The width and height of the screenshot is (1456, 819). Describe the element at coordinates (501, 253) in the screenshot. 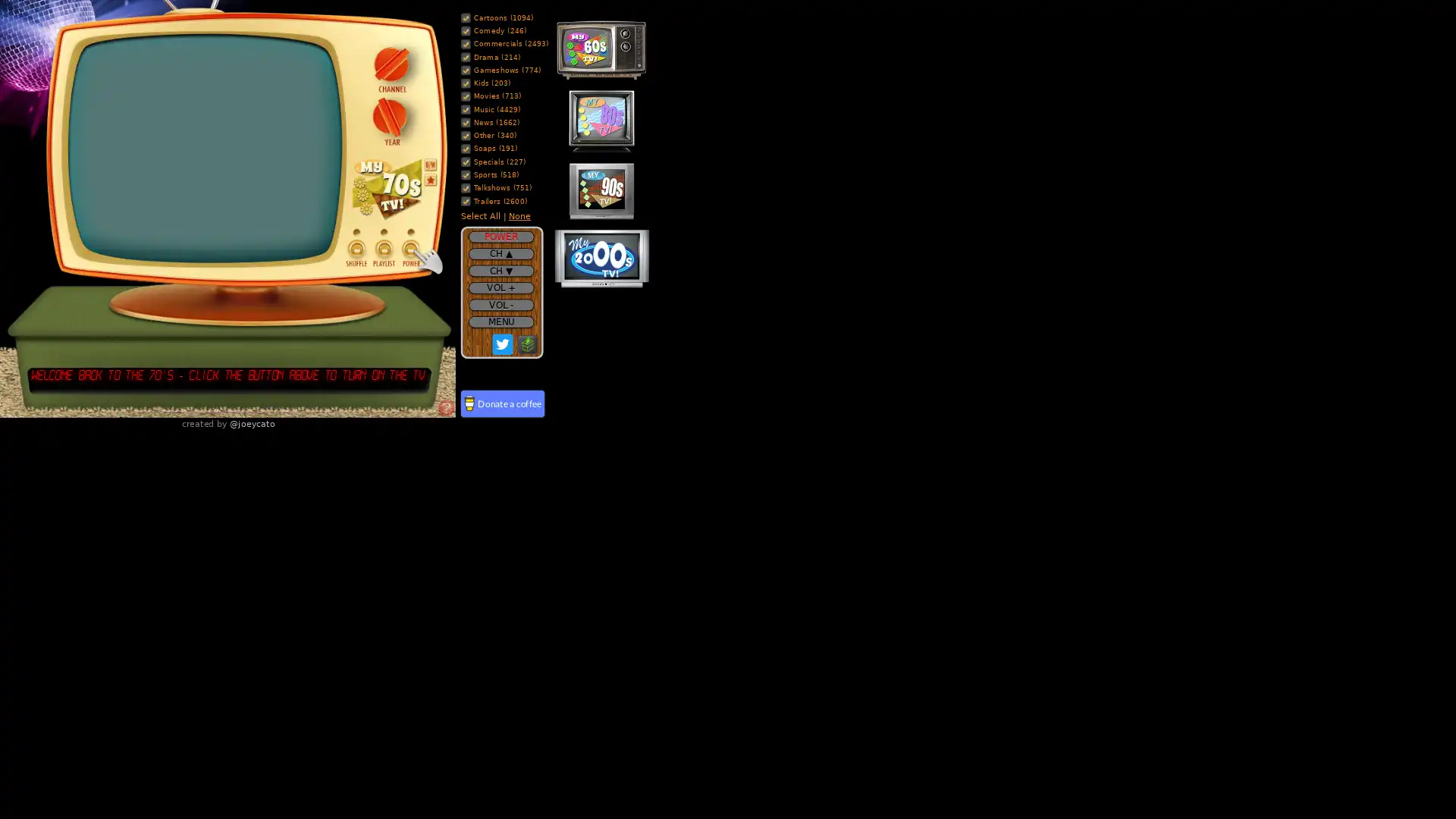

I see `CH` at that location.